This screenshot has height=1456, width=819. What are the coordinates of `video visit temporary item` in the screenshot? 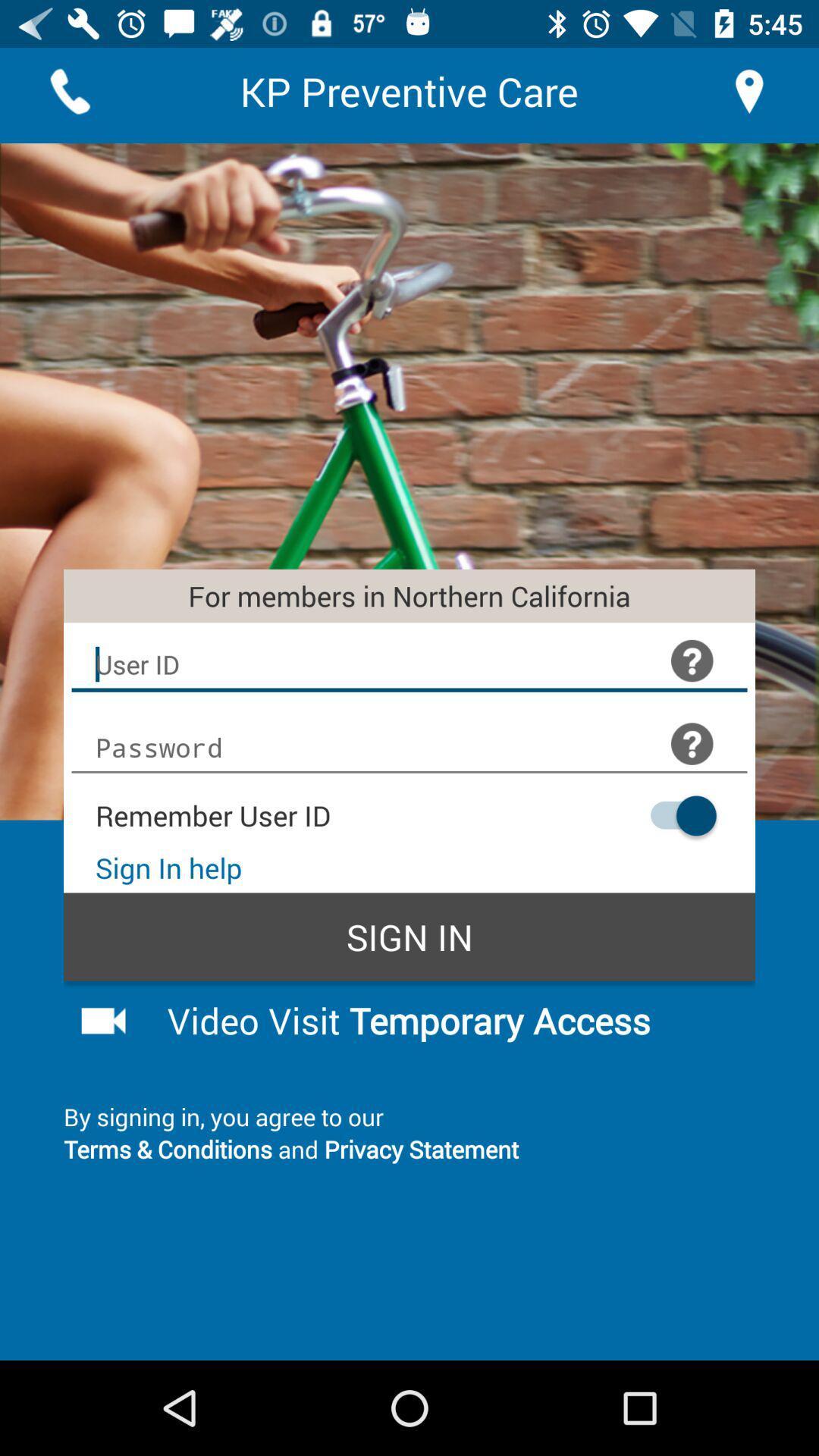 It's located at (448, 1020).